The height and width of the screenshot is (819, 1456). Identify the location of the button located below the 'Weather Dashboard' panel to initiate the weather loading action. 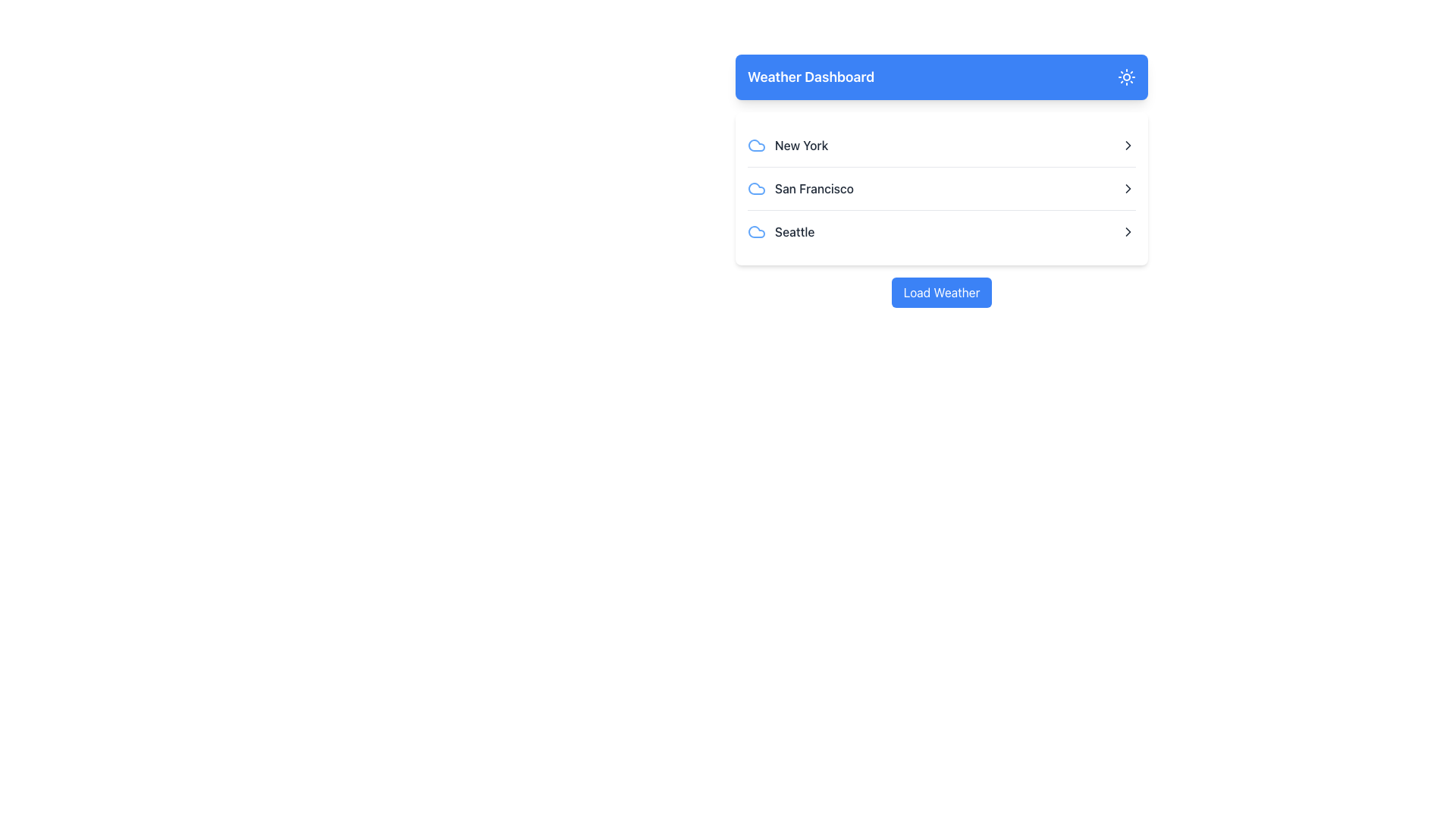
(941, 292).